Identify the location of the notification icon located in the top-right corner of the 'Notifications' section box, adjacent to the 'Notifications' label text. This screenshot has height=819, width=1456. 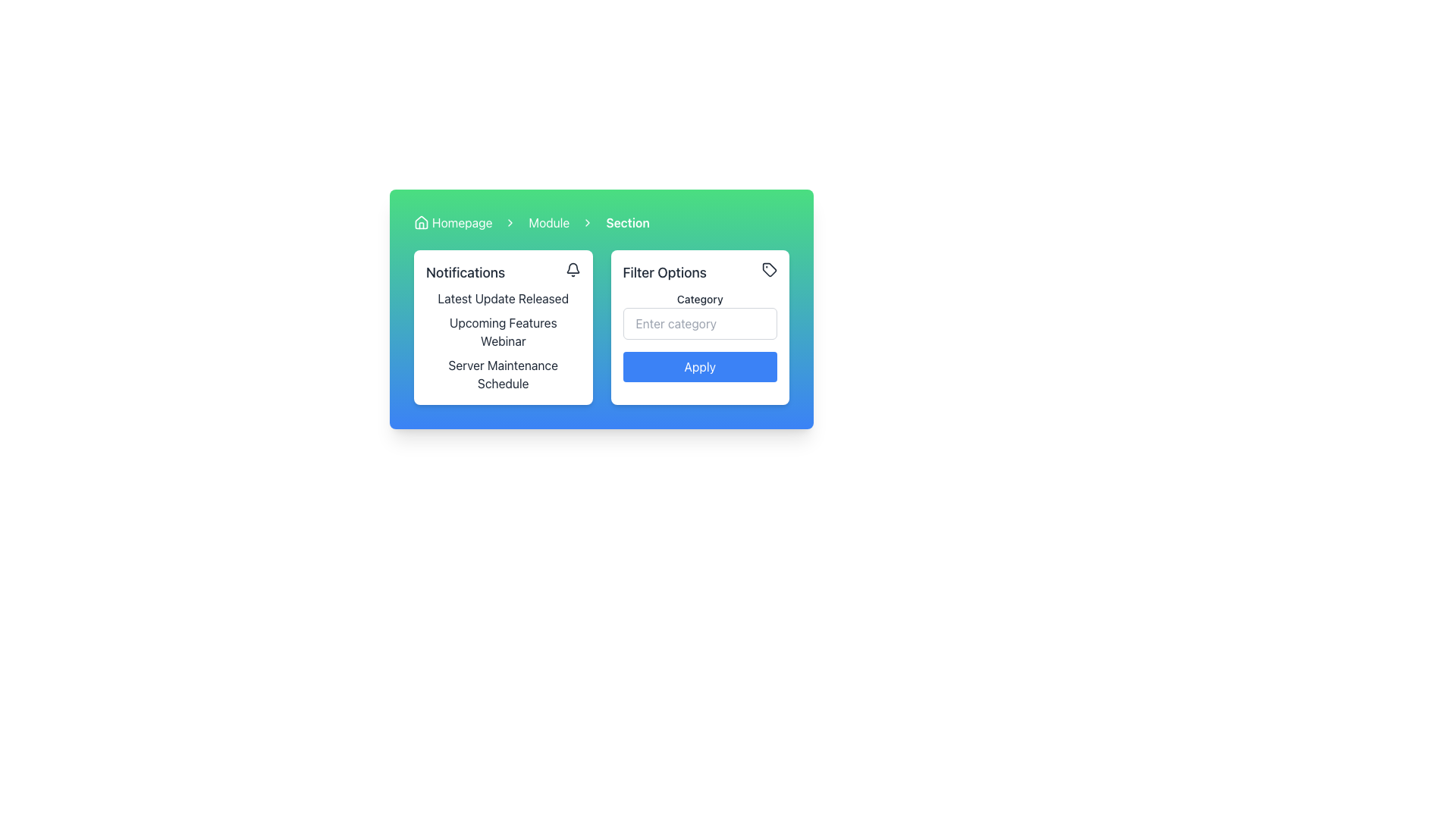
(572, 268).